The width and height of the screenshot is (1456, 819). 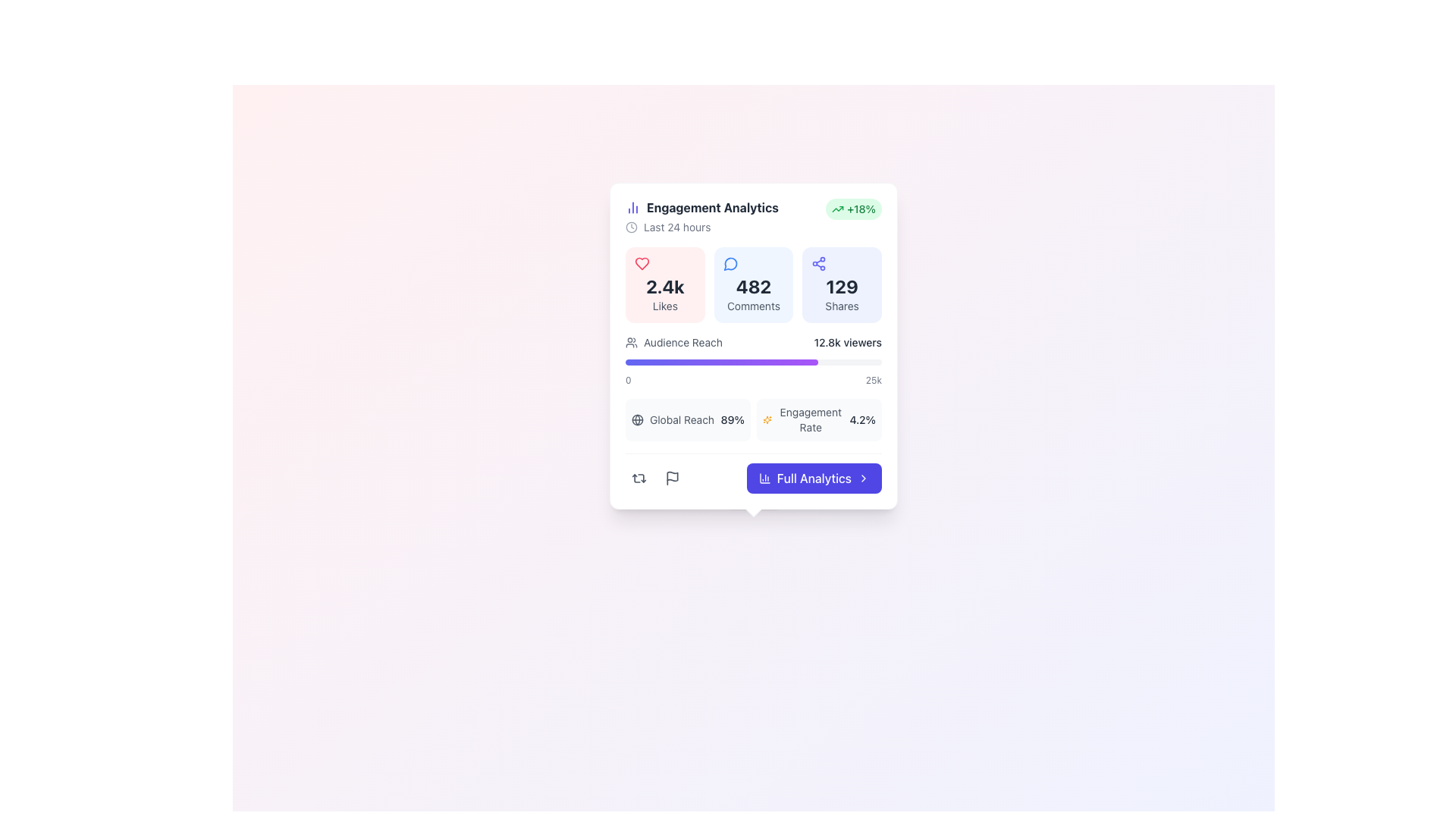 What do you see at coordinates (863, 479) in the screenshot?
I see `the arrow icon located on the right side of the 'Full Analytics' button at the bottom of the Engagement Analytics card` at bounding box center [863, 479].